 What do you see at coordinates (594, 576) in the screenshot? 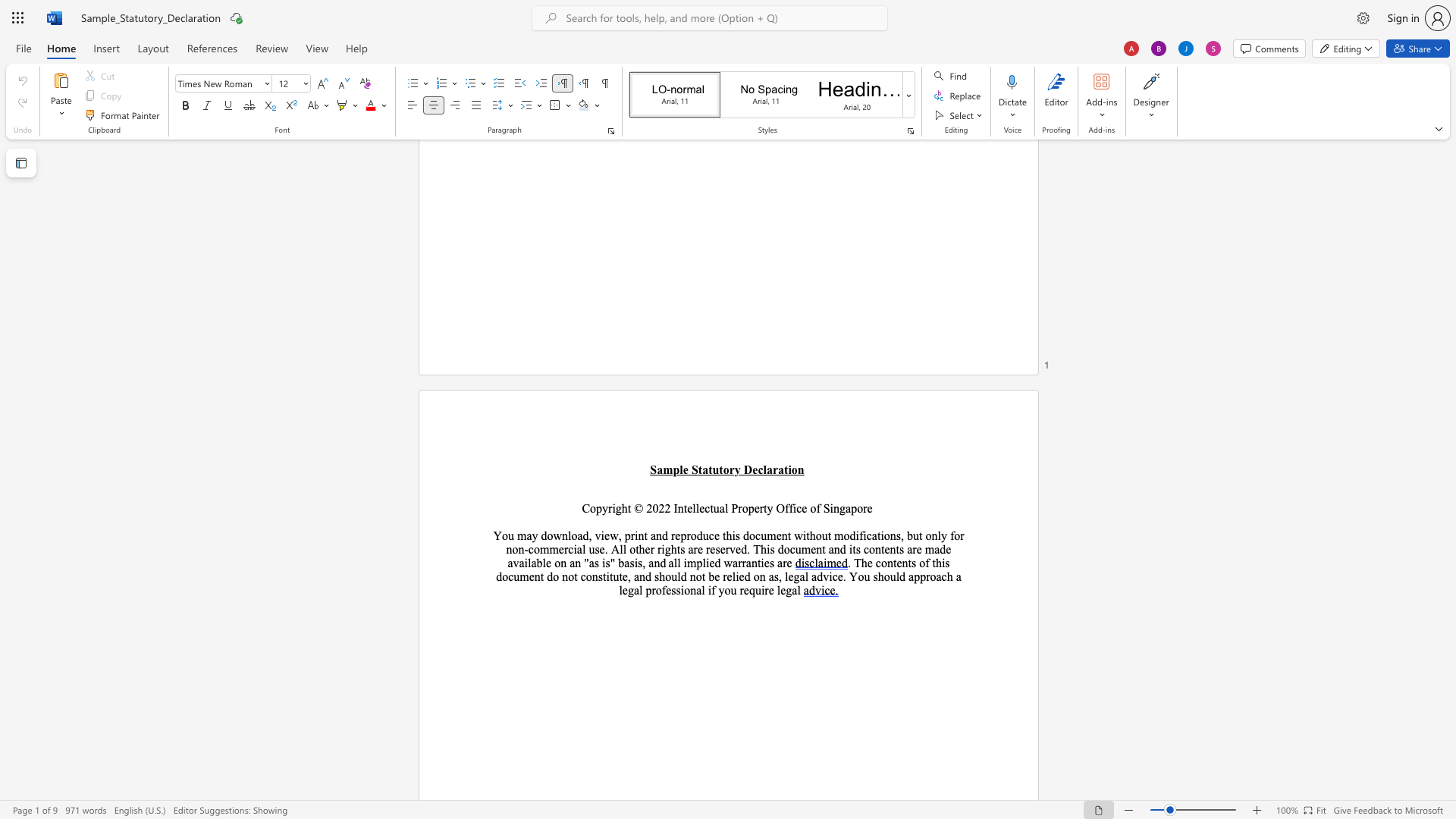
I see `the 2th character "n" in the text` at bounding box center [594, 576].